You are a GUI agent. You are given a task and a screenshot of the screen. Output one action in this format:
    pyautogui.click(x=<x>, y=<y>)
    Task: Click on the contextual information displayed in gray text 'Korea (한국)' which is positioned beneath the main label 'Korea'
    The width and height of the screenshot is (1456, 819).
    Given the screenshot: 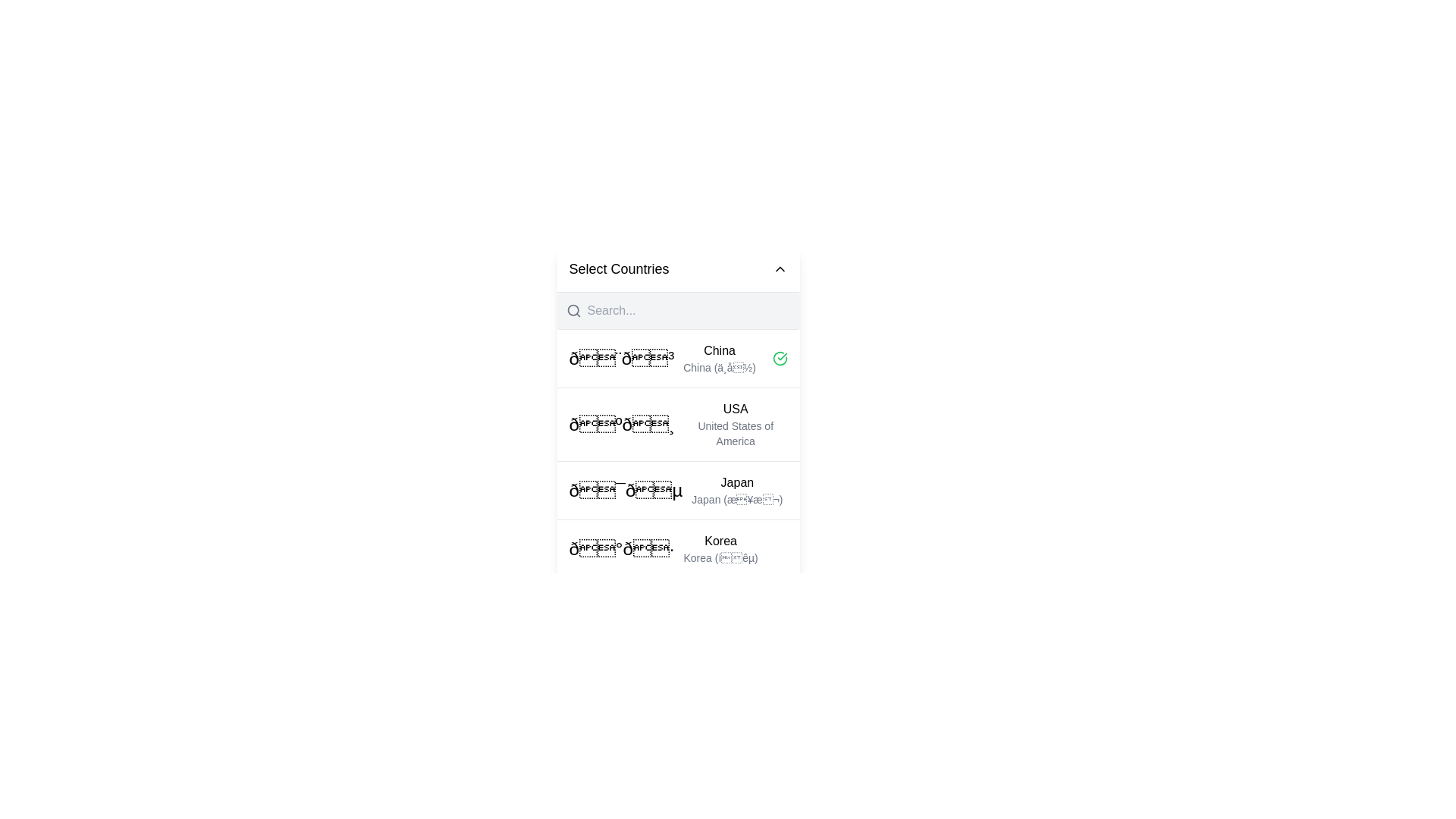 What is the action you would take?
    pyautogui.click(x=720, y=558)
    